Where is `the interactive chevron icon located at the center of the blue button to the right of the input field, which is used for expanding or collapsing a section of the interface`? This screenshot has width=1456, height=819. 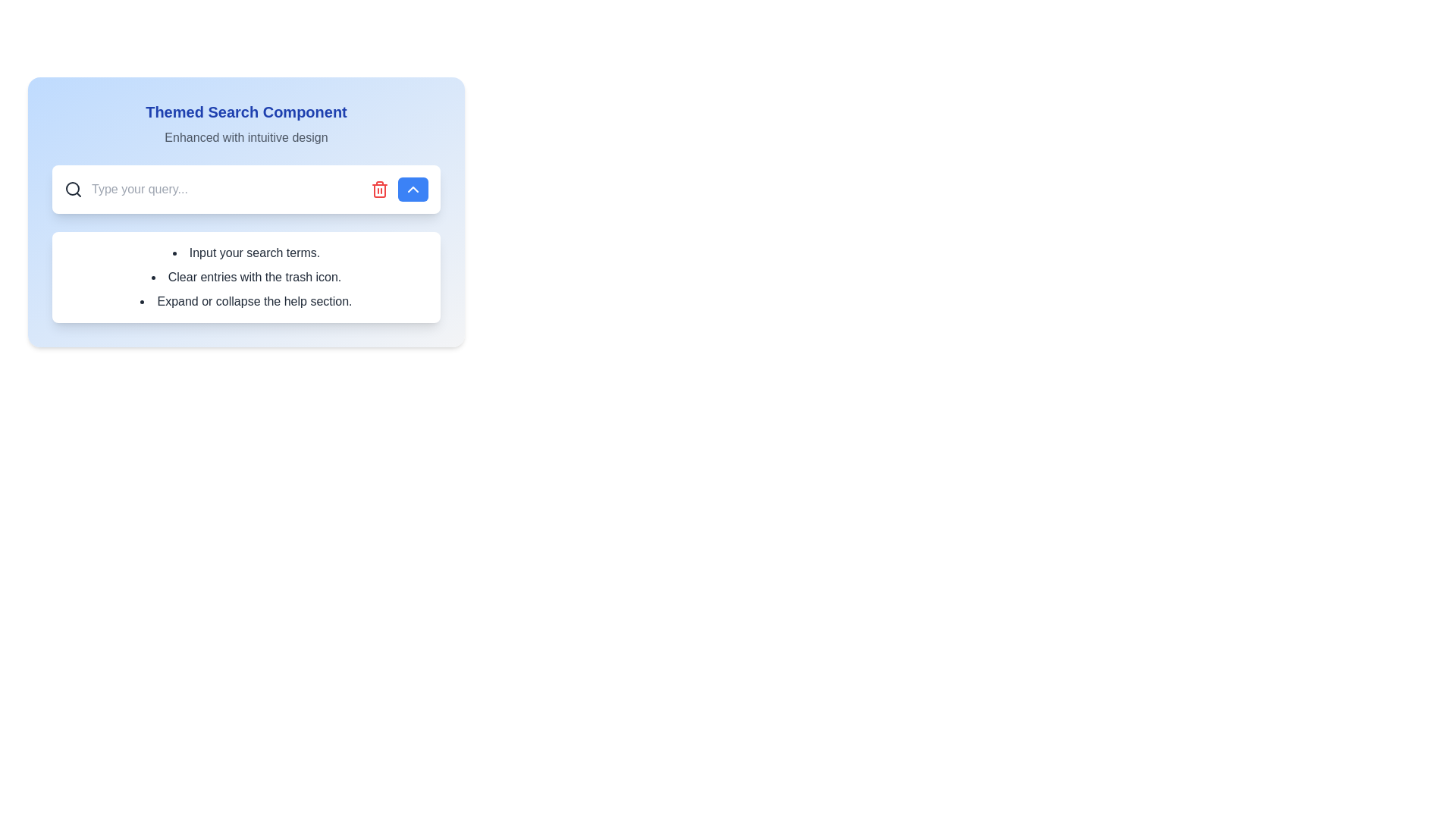 the interactive chevron icon located at the center of the blue button to the right of the input field, which is used for expanding or collapsing a section of the interface is located at coordinates (413, 189).